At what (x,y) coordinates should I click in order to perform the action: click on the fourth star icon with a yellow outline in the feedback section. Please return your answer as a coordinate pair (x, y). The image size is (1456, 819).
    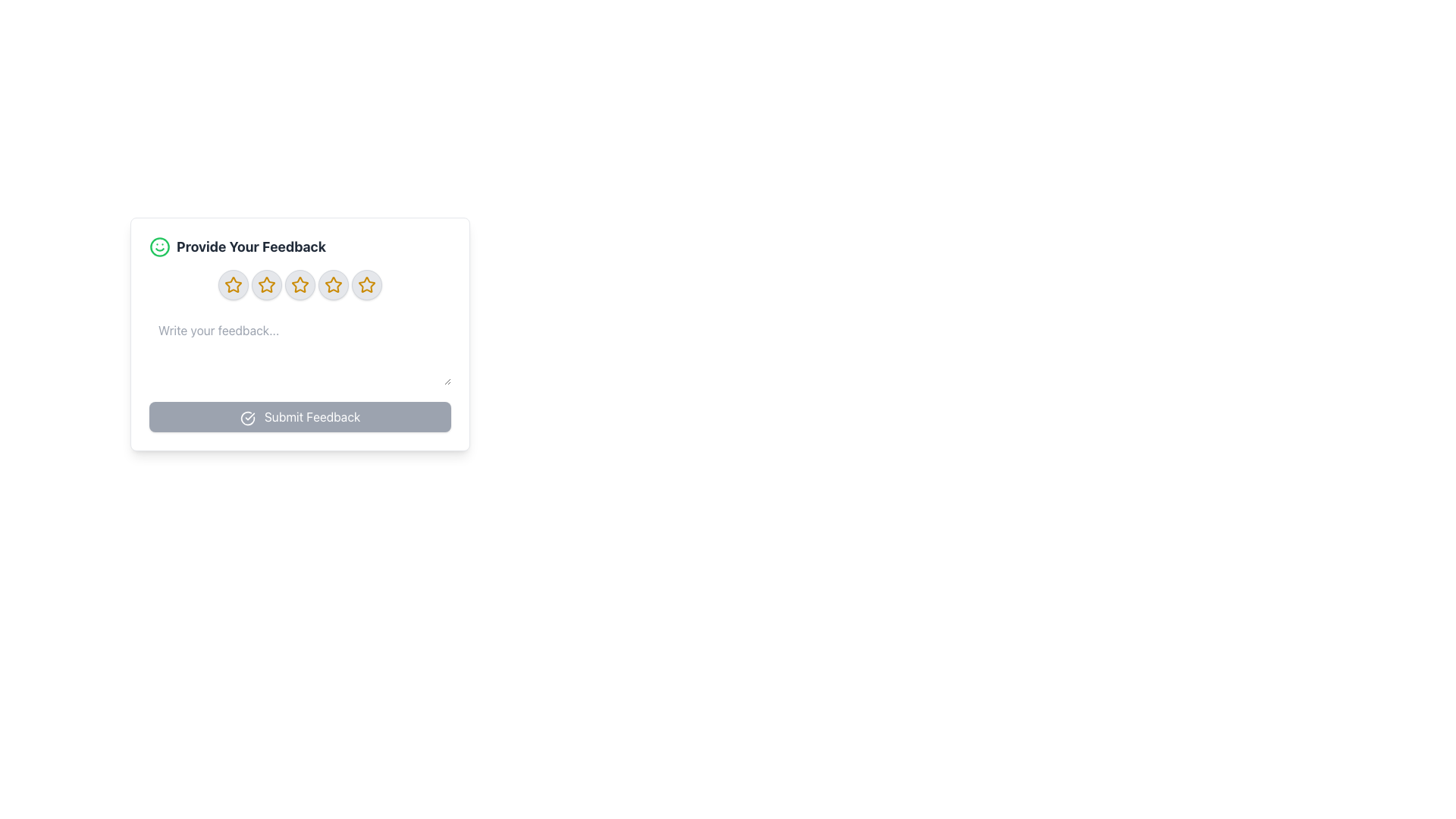
    Looking at the image, I should click on (300, 284).